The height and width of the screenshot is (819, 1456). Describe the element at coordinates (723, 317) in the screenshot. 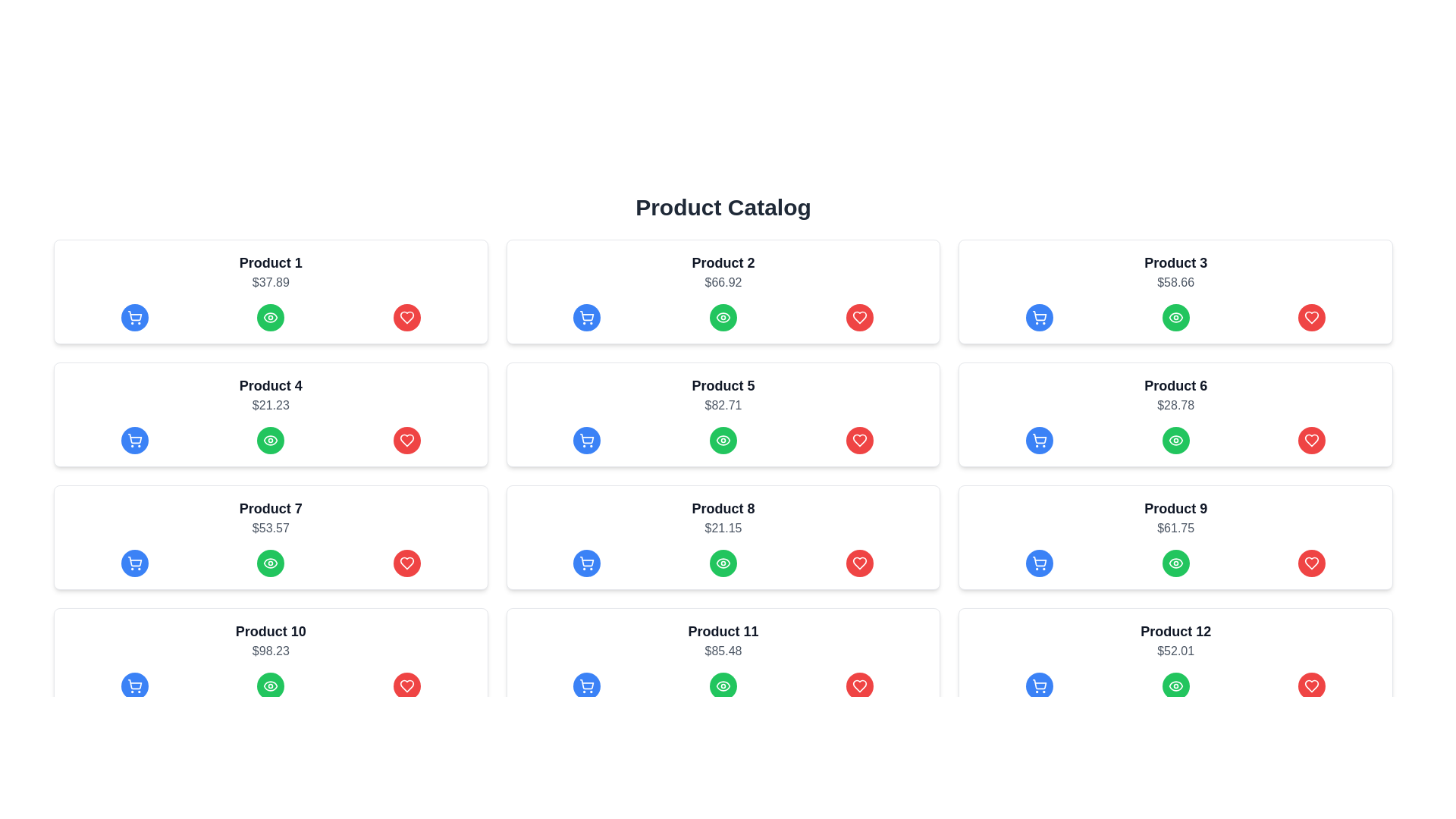

I see `the green circular icon button with an eye symbol located in the action bar of 'Product 2' card` at that location.